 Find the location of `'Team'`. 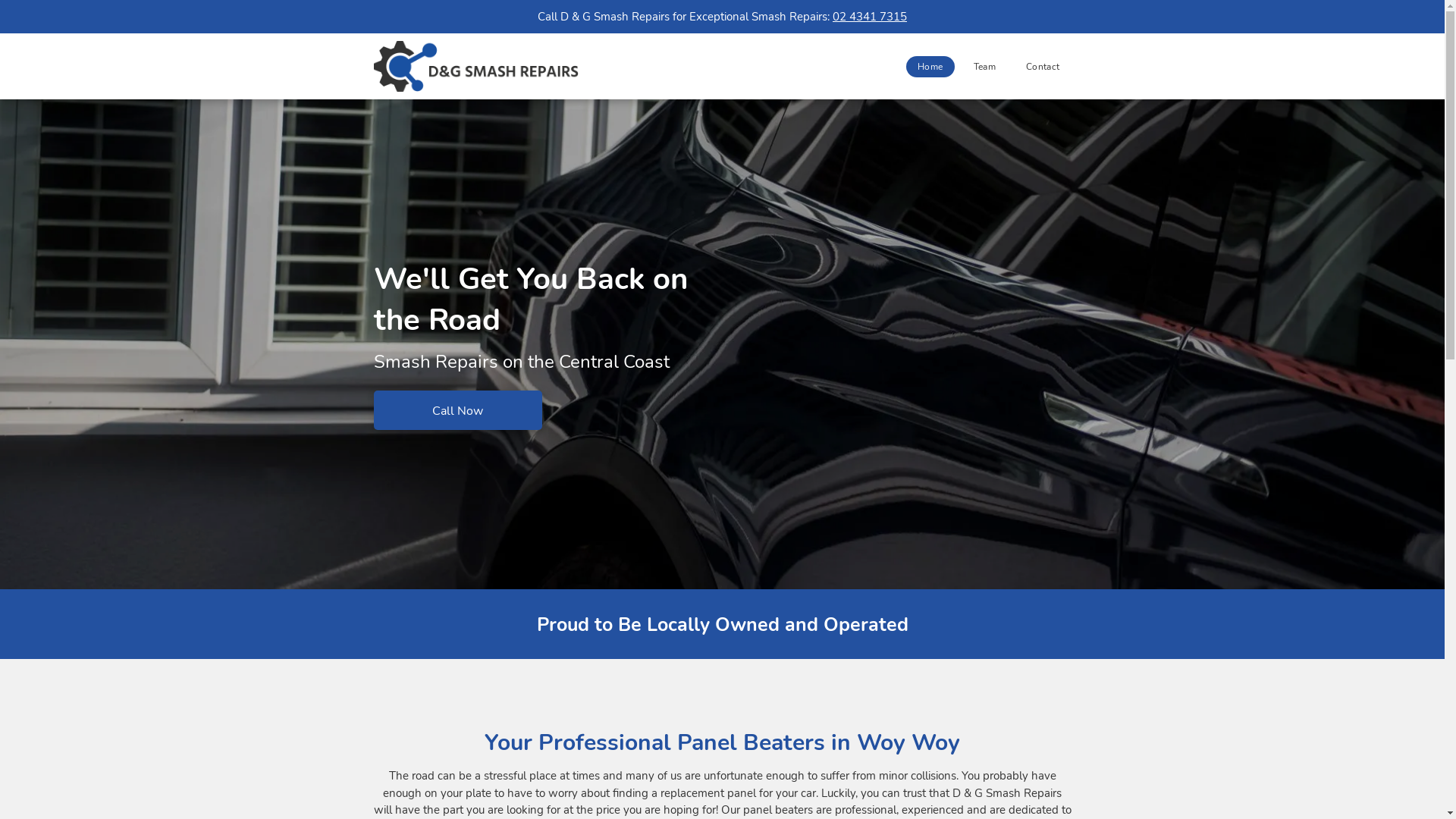

'Team' is located at coordinates (984, 66).